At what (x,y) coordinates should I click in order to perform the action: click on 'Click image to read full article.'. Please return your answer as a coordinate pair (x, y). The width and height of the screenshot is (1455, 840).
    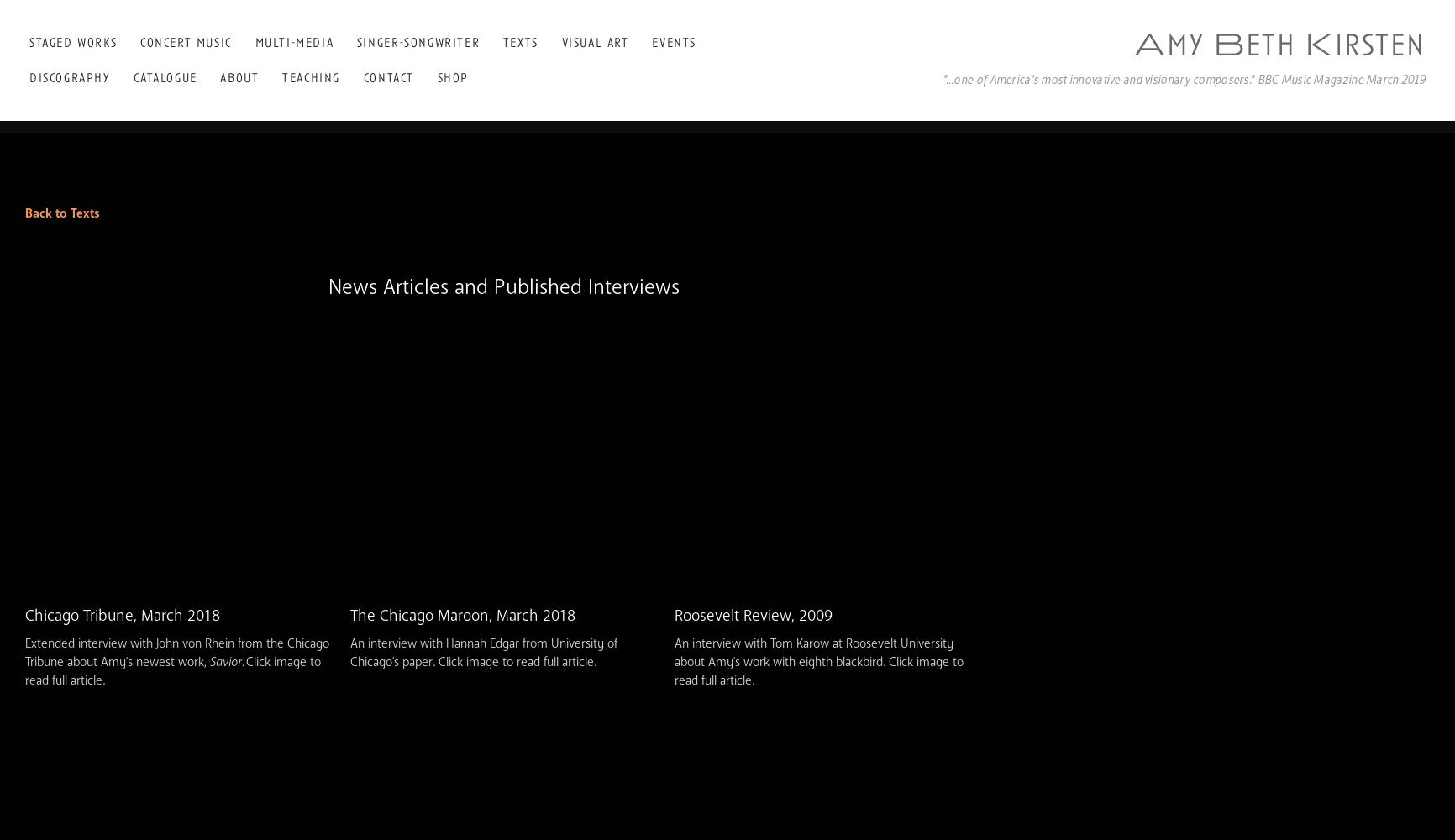
    Looking at the image, I should click on (172, 671).